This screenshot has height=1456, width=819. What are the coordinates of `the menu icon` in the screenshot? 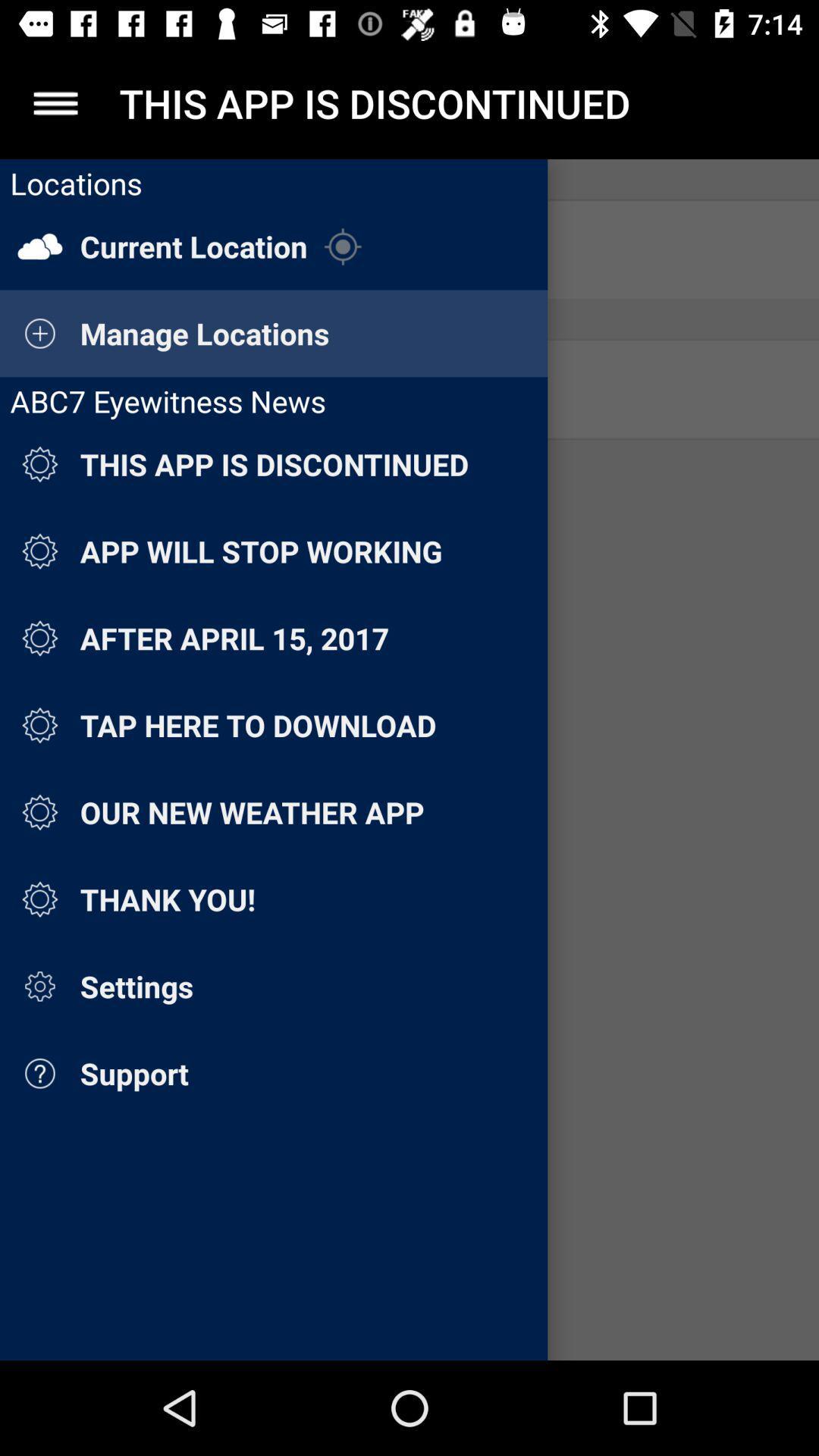 It's located at (55, 102).